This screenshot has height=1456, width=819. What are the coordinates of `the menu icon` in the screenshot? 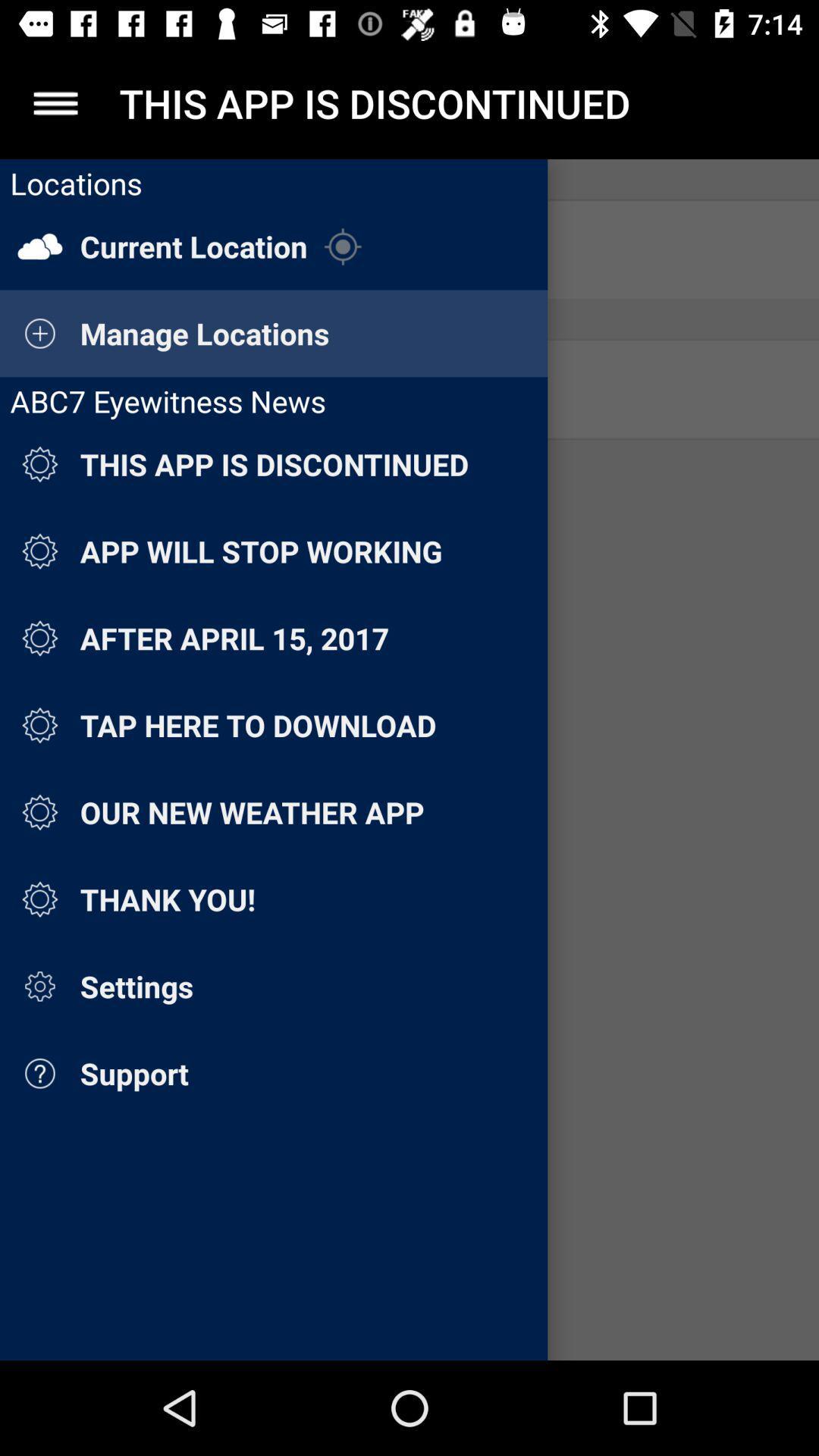 It's located at (55, 102).